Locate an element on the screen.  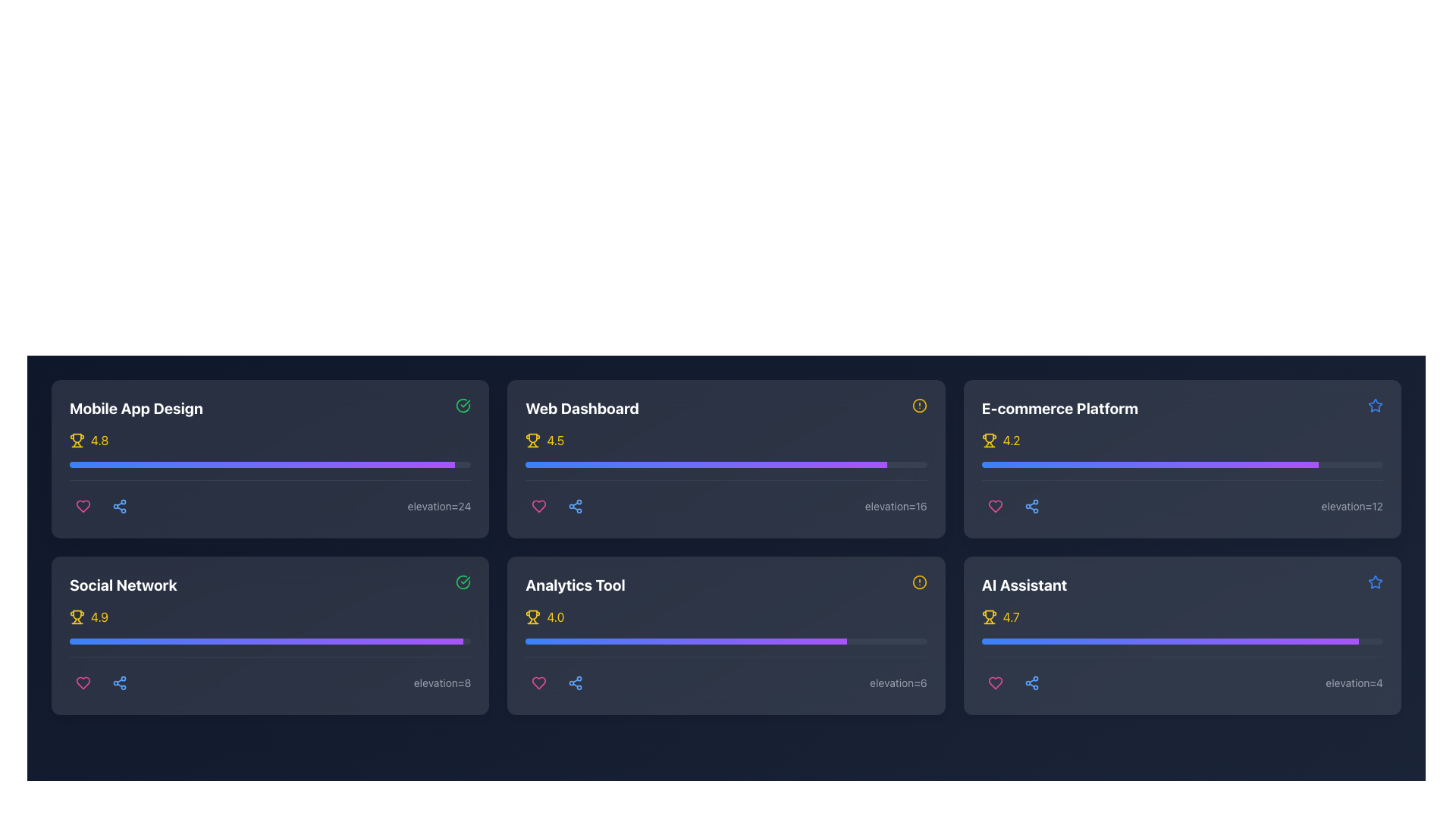
the progress bar value is located at coordinates (1314, 464).